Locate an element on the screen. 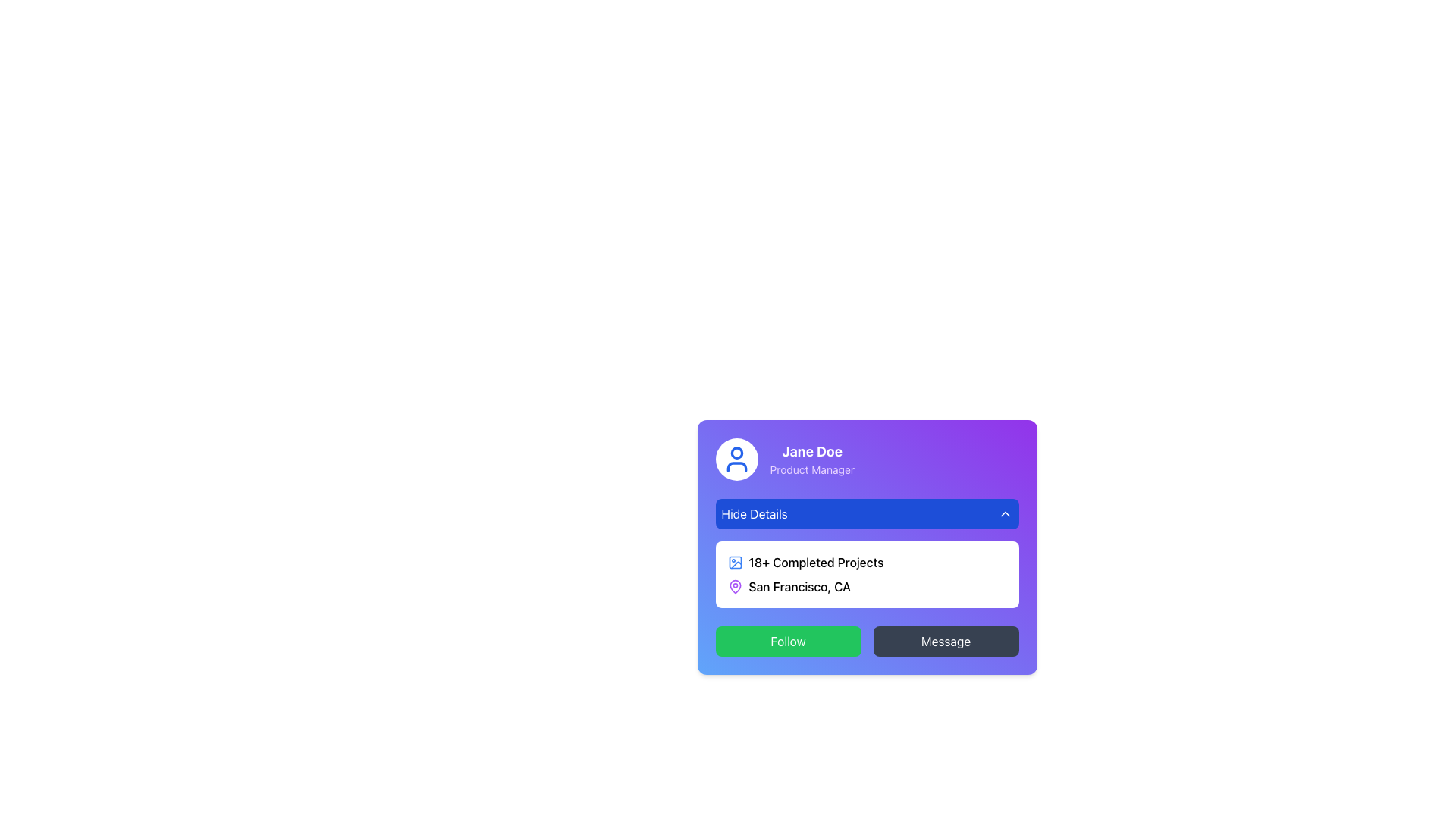  the graphic element located centrally within the SVG icon, positioned near the middle-right of the user interface card is located at coordinates (735, 562).